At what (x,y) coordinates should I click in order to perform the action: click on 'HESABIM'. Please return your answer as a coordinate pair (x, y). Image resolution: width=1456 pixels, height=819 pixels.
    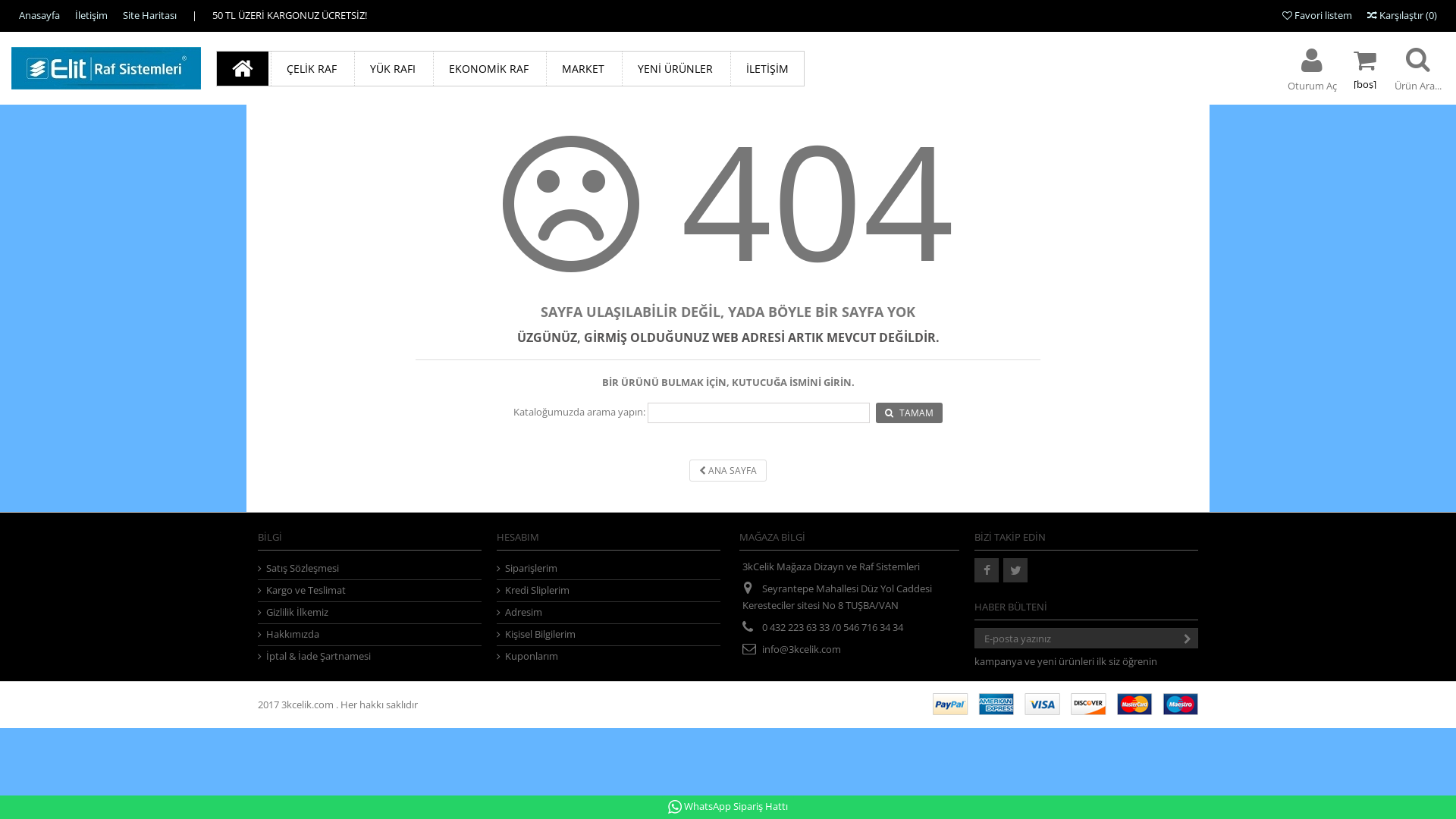
    Looking at the image, I should click on (517, 536).